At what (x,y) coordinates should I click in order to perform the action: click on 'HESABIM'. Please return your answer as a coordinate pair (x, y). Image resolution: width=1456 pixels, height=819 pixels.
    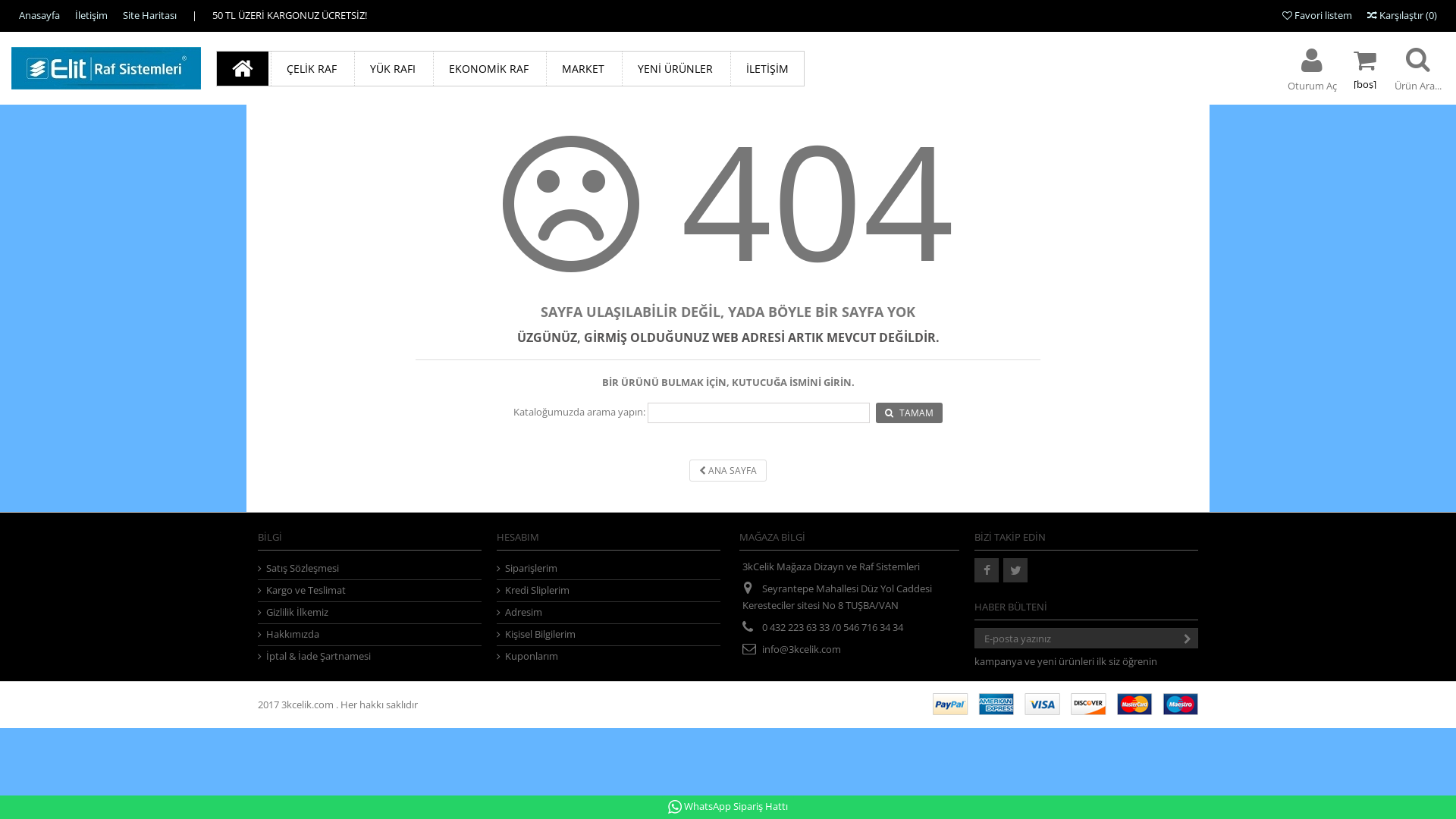
    Looking at the image, I should click on (517, 536).